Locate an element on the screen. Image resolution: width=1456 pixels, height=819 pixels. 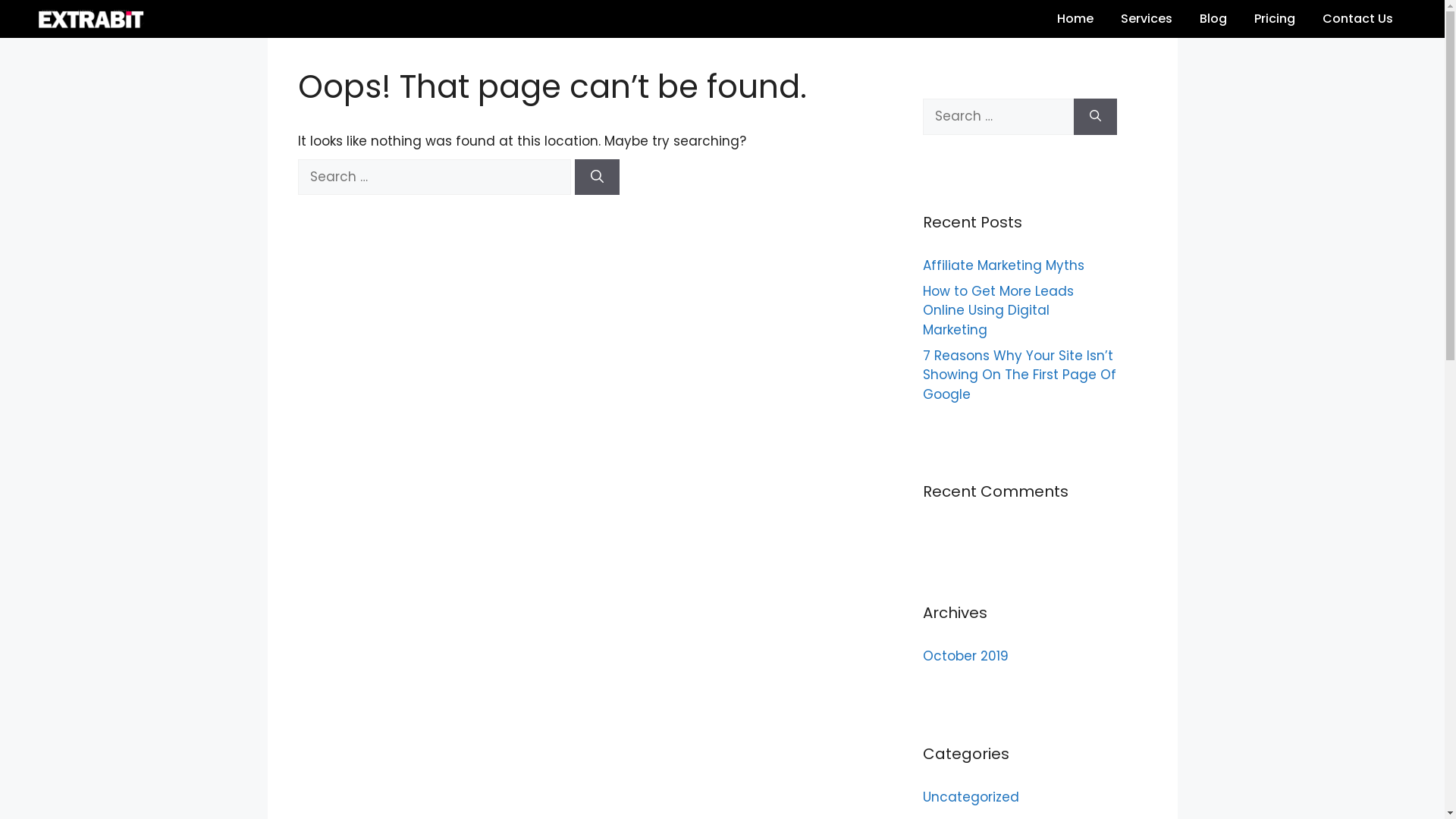
'Contact Us' is located at coordinates (1357, 18).